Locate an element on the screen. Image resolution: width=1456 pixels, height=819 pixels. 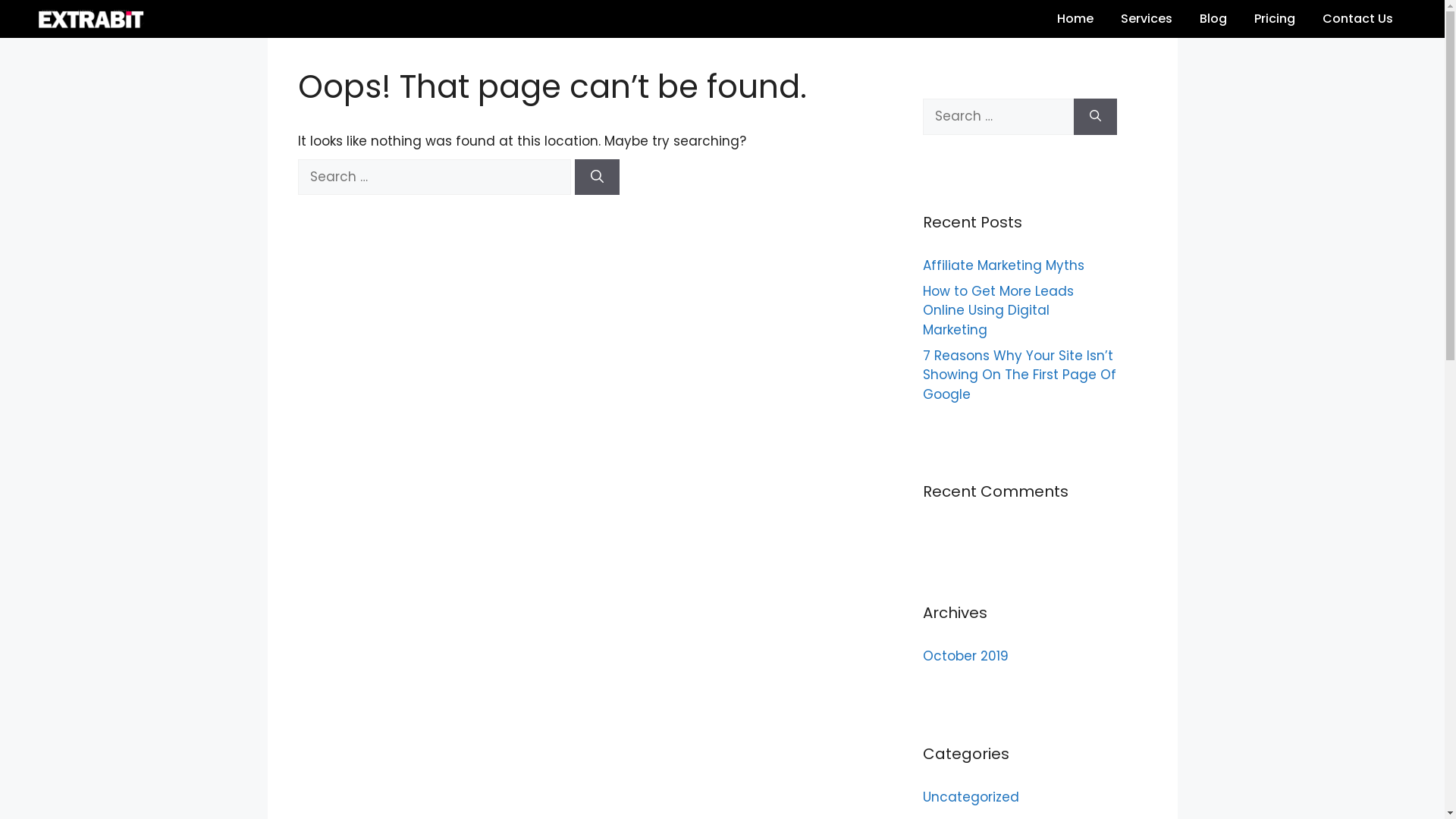
'Contact Us' is located at coordinates (1357, 18).